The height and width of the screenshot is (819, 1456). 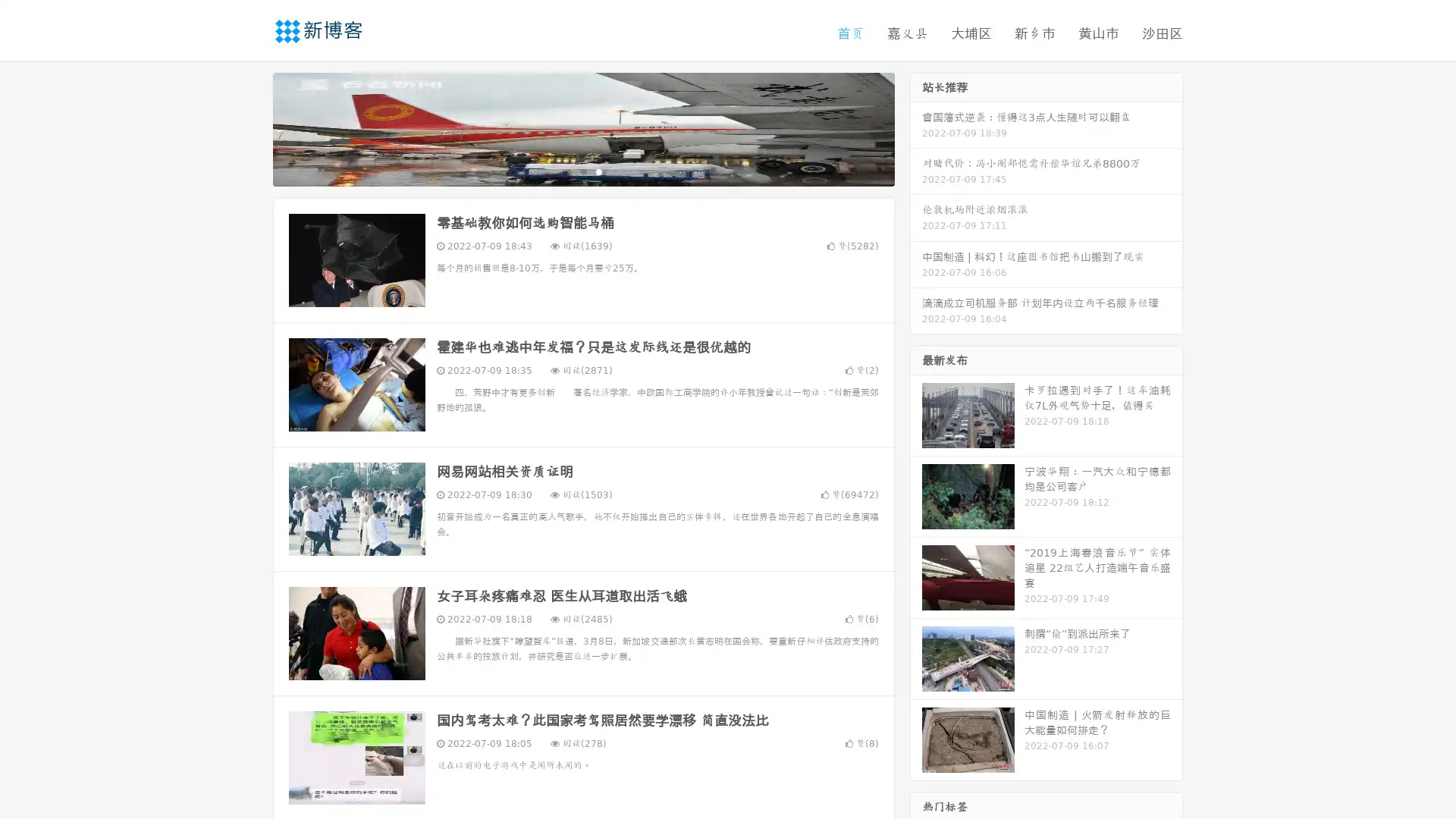 I want to click on Go to slide 3, so click(x=598, y=171).